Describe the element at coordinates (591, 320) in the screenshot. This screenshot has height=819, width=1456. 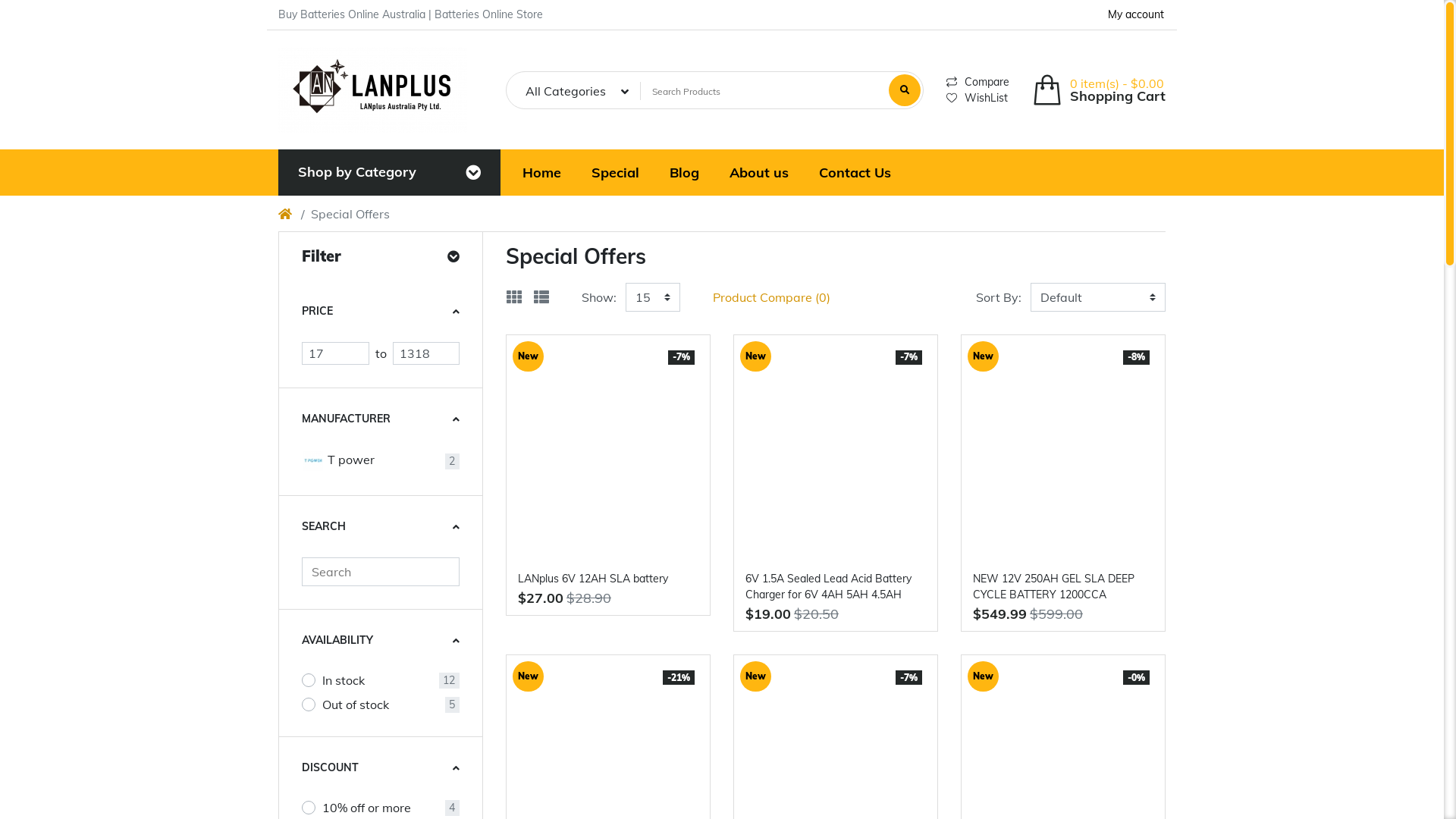
I see `'Add to Wish List'` at that location.